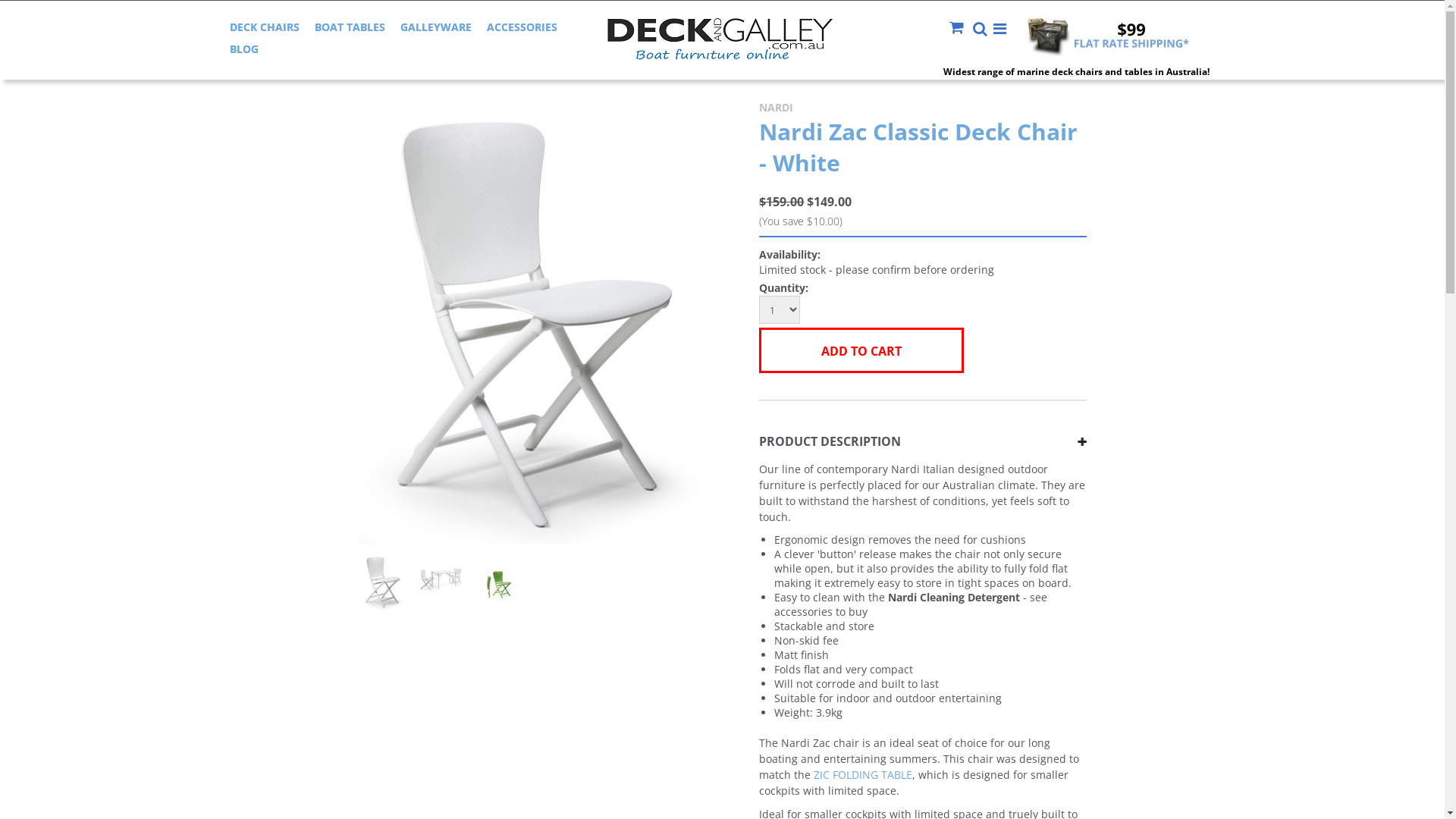  Describe the element at coordinates (1000, 29) in the screenshot. I see `'More'` at that location.